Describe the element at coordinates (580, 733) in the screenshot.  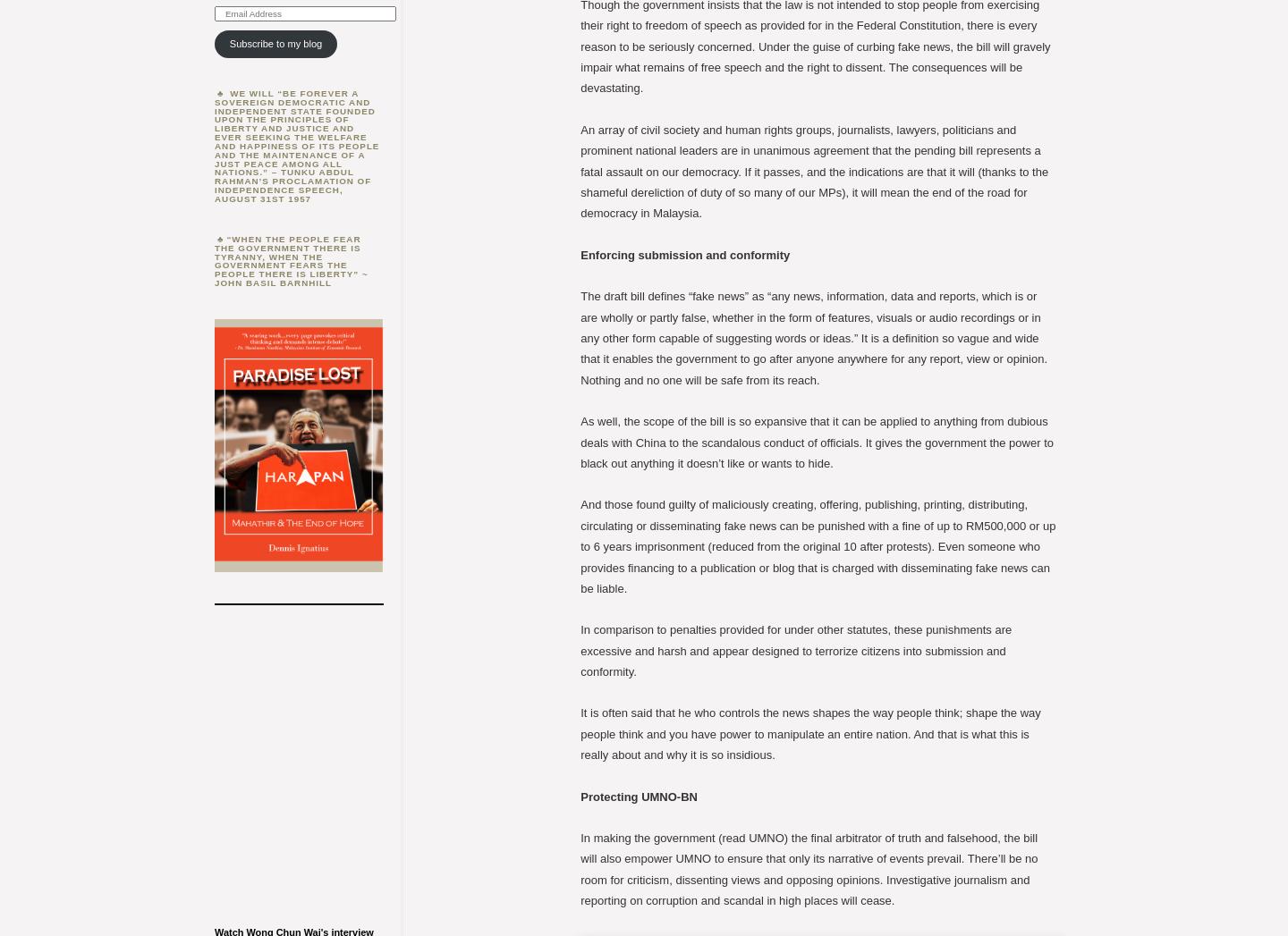
I see `'It is often said that he who controls the news shapes the way people think; shape the way people think and you have power to manipulate an entire nation. And that is what this is really about and why it is so insidious.'` at that location.